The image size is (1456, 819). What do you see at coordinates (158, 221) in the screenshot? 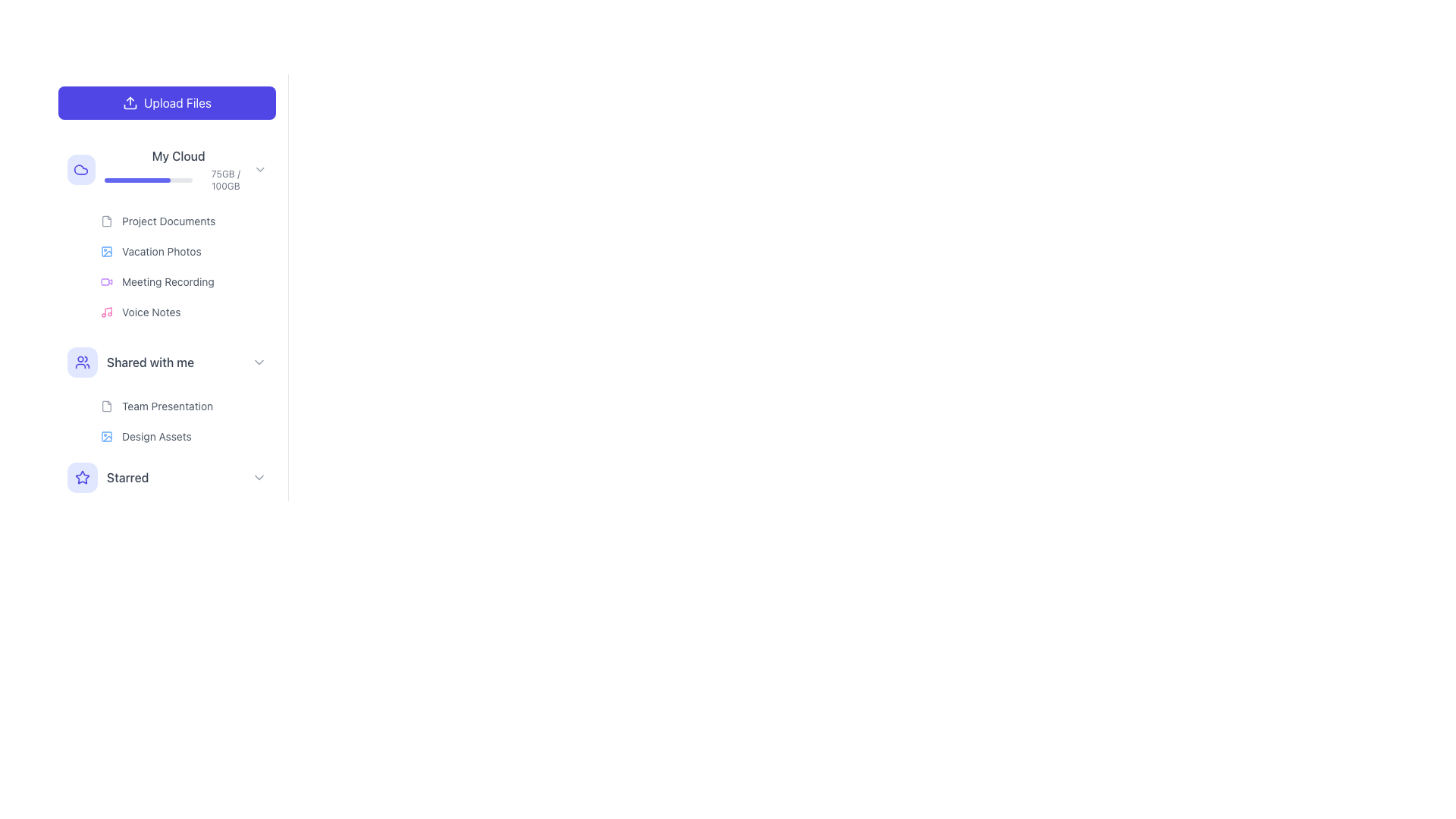
I see `the 'Project Documents' menu item, which is the first entry under 'My Cloud'` at bounding box center [158, 221].